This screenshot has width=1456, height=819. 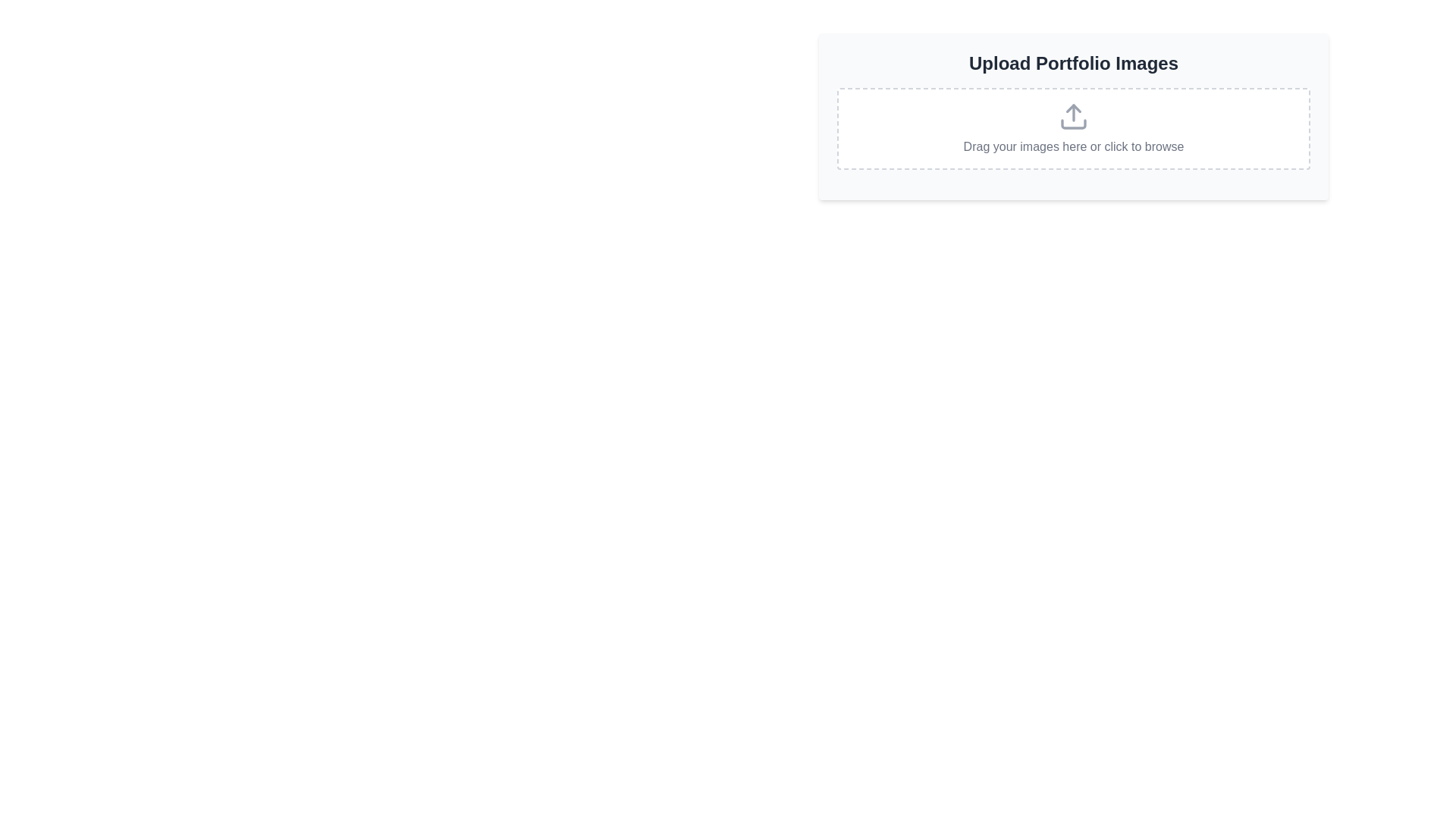 What do you see at coordinates (1073, 127) in the screenshot?
I see `and drop files onto the File upload area located below the 'Upload Portfolio Images' heading` at bounding box center [1073, 127].